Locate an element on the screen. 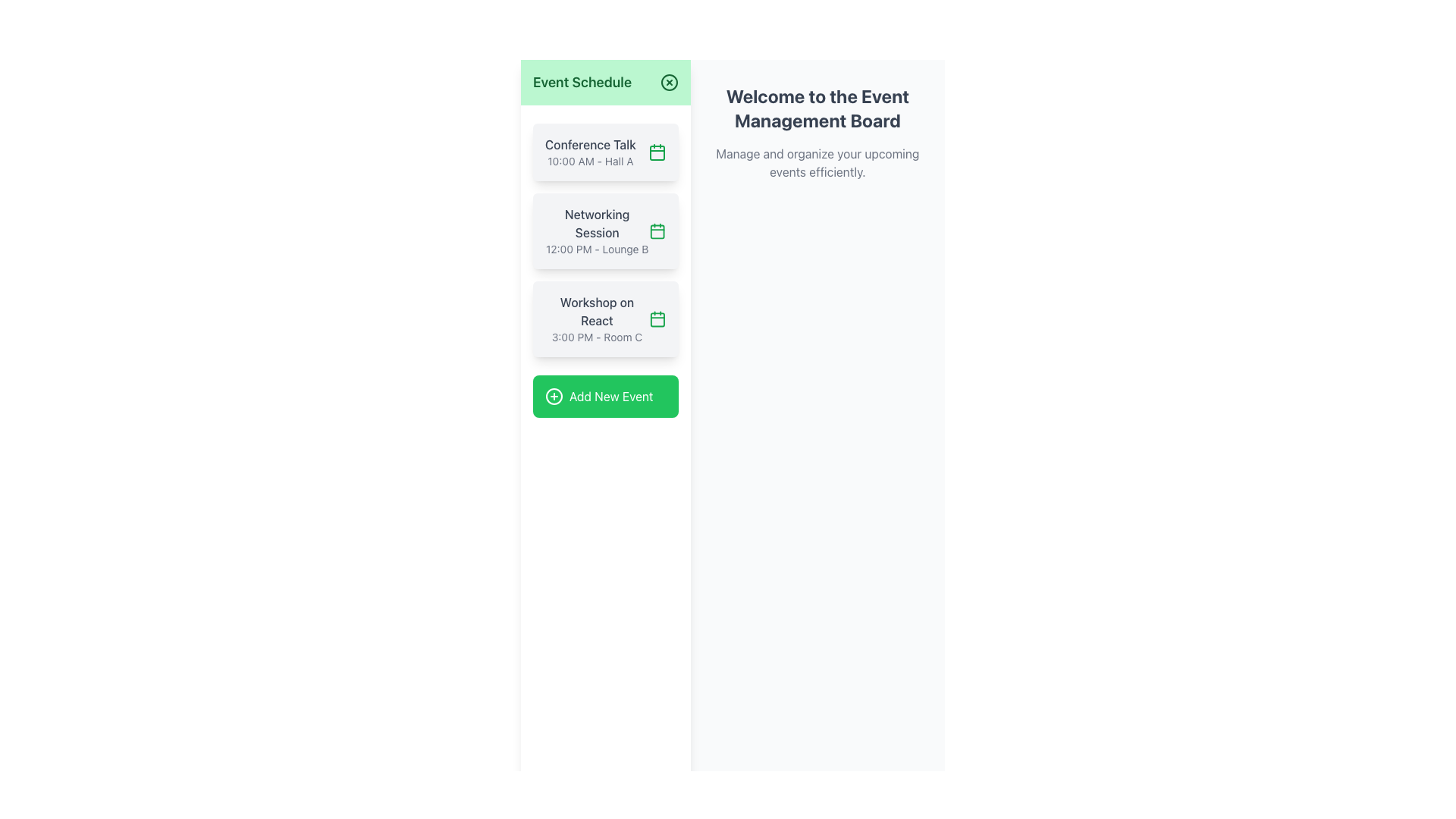 This screenshot has width=1456, height=819. the Text Header element that displays 'Welcome to the Event Management Board', located at the top of the right-hand content area is located at coordinates (817, 107).